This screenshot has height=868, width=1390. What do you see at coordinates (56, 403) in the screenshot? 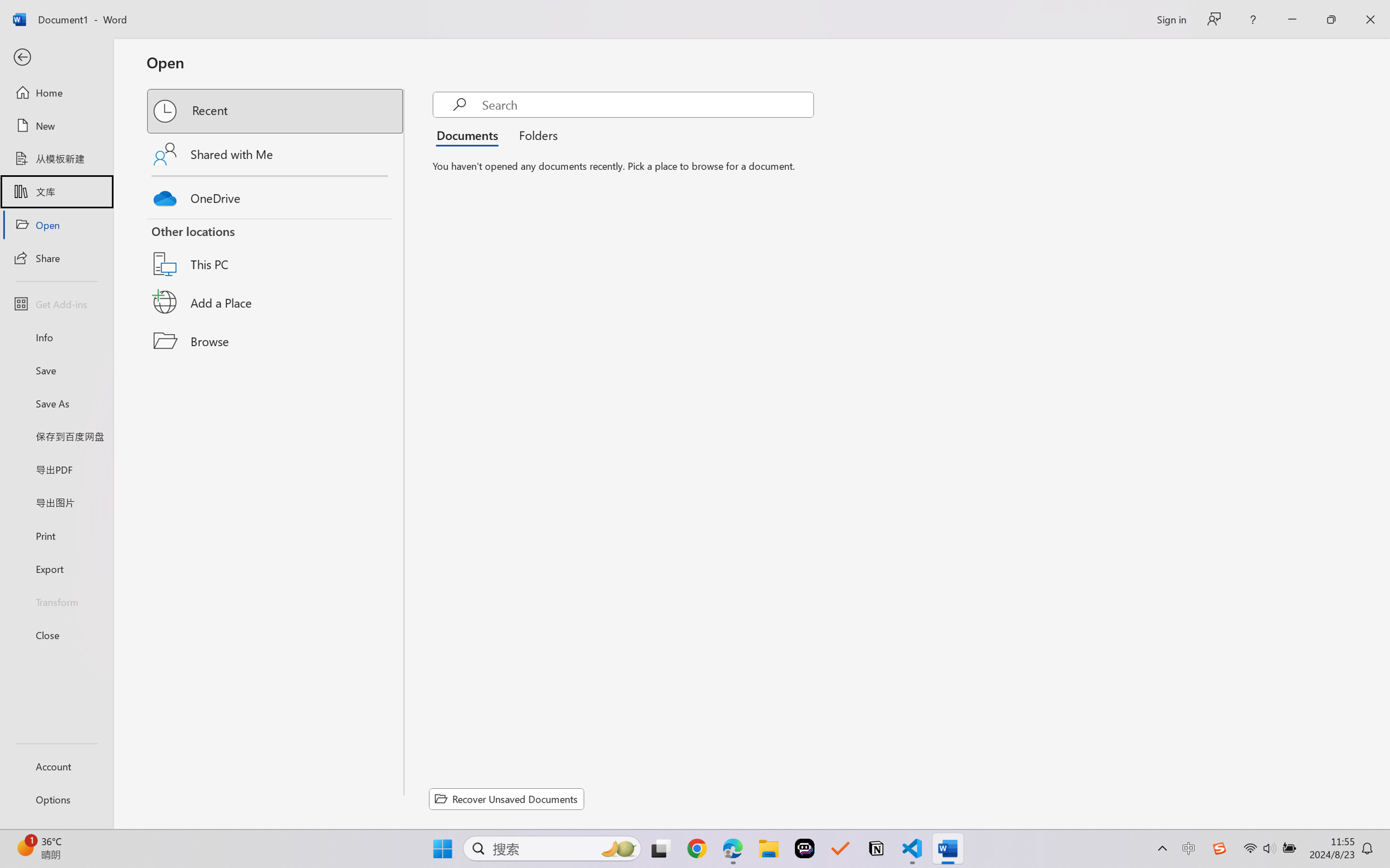
I see `'Save As'` at bounding box center [56, 403].